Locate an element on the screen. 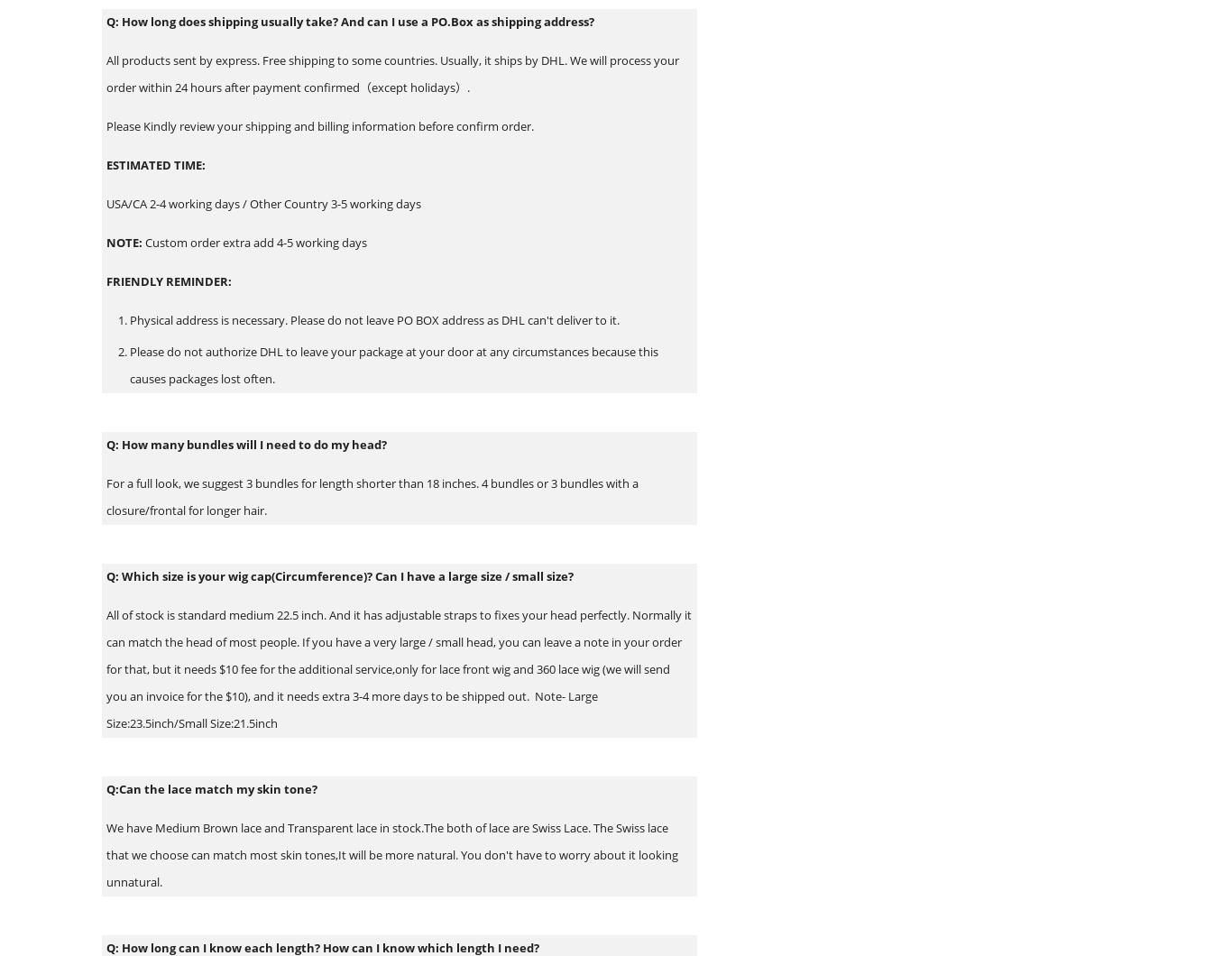  'USA/CA' is located at coordinates (106, 202).